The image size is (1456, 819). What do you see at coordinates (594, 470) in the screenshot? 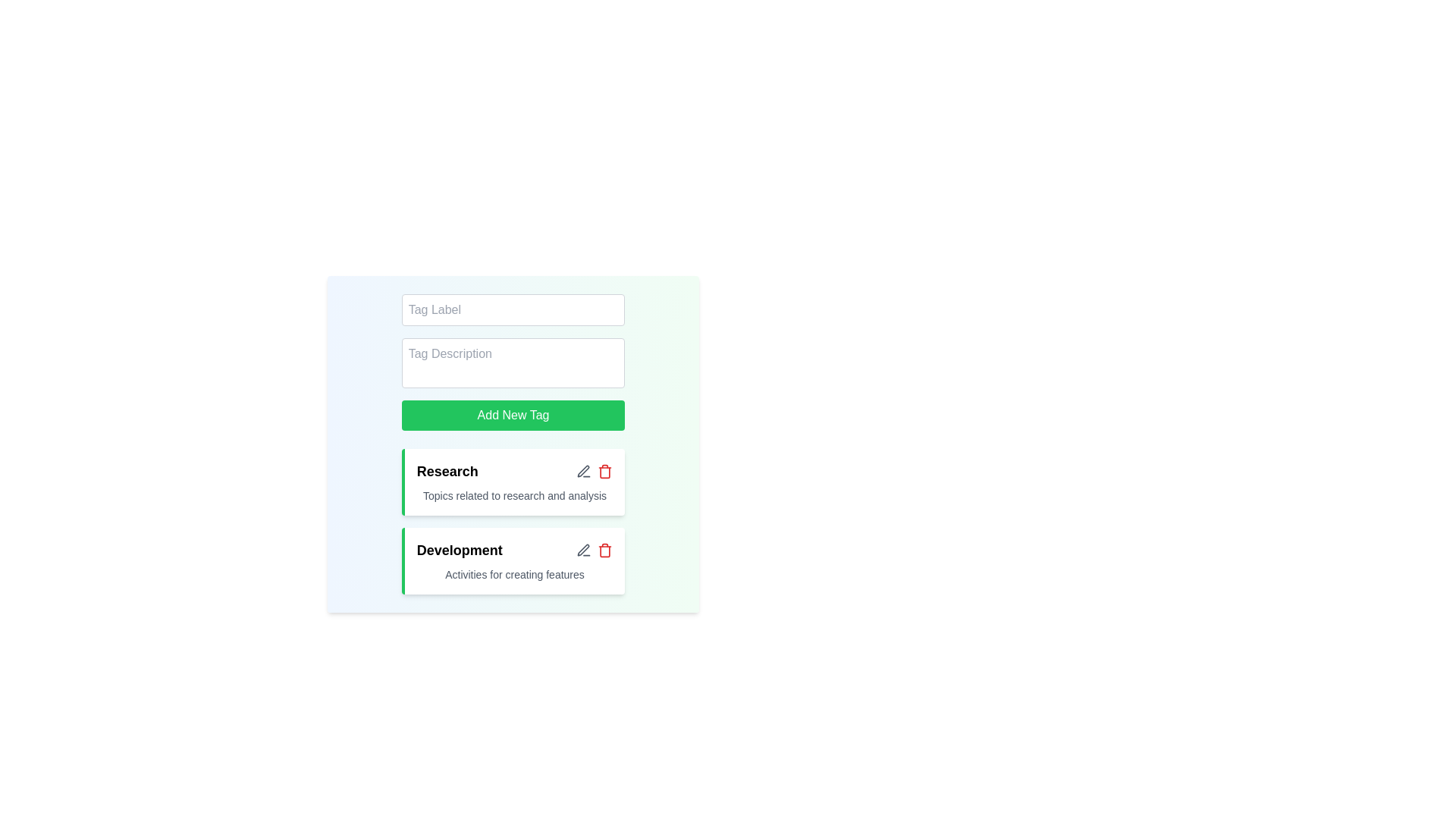
I see `the pen icon in the control group containing edit and delete buttons, which is located to the right of the 'Research' label and above the 'Development' label` at bounding box center [594, 470].